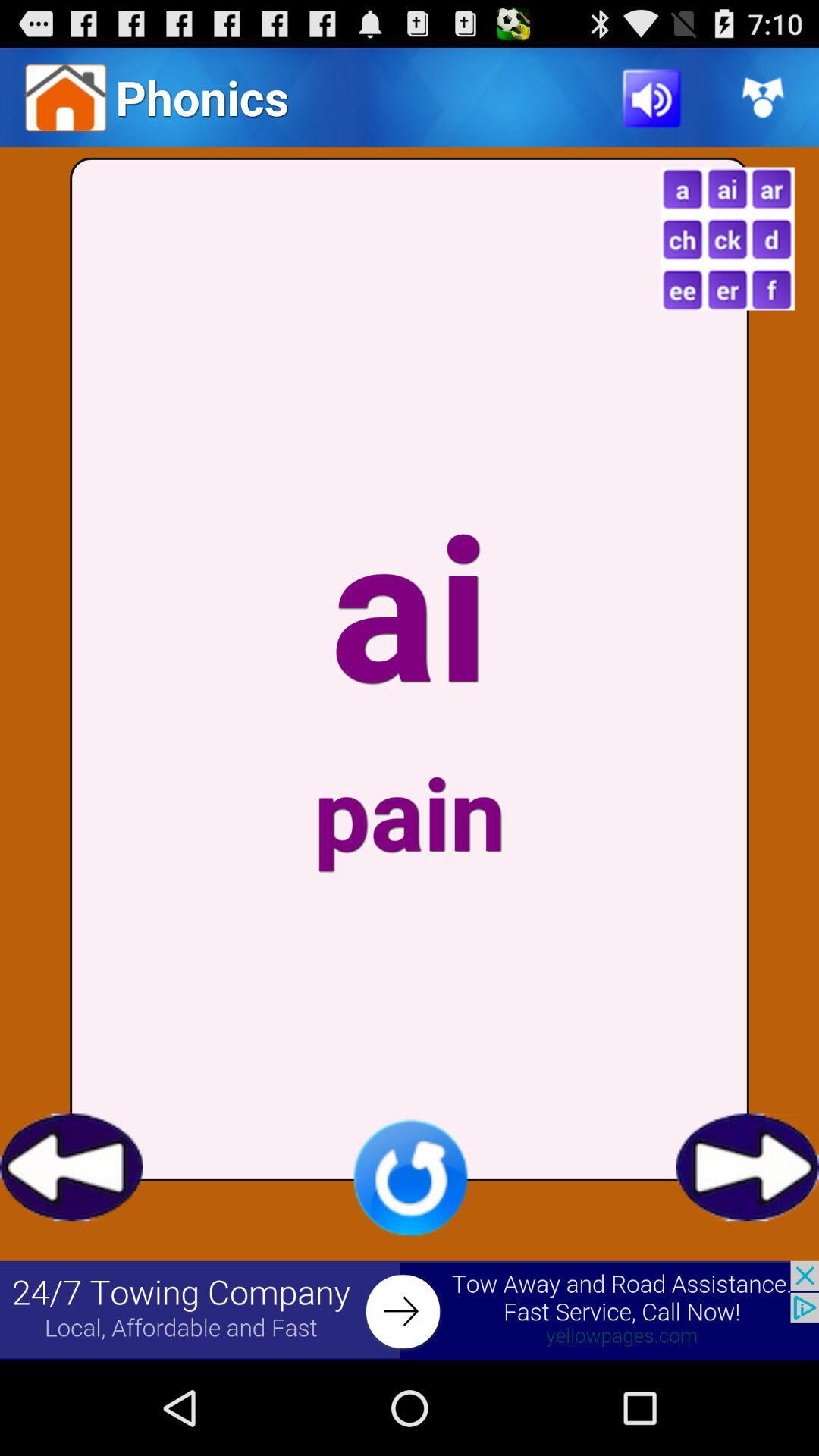 Image resolution: width=819 pixels, height=1456 pixels. What do you see at coordinates (746, 1249) in the screenshot?
I see `the arrow_forward icon` at bounding box center [746, 1249].